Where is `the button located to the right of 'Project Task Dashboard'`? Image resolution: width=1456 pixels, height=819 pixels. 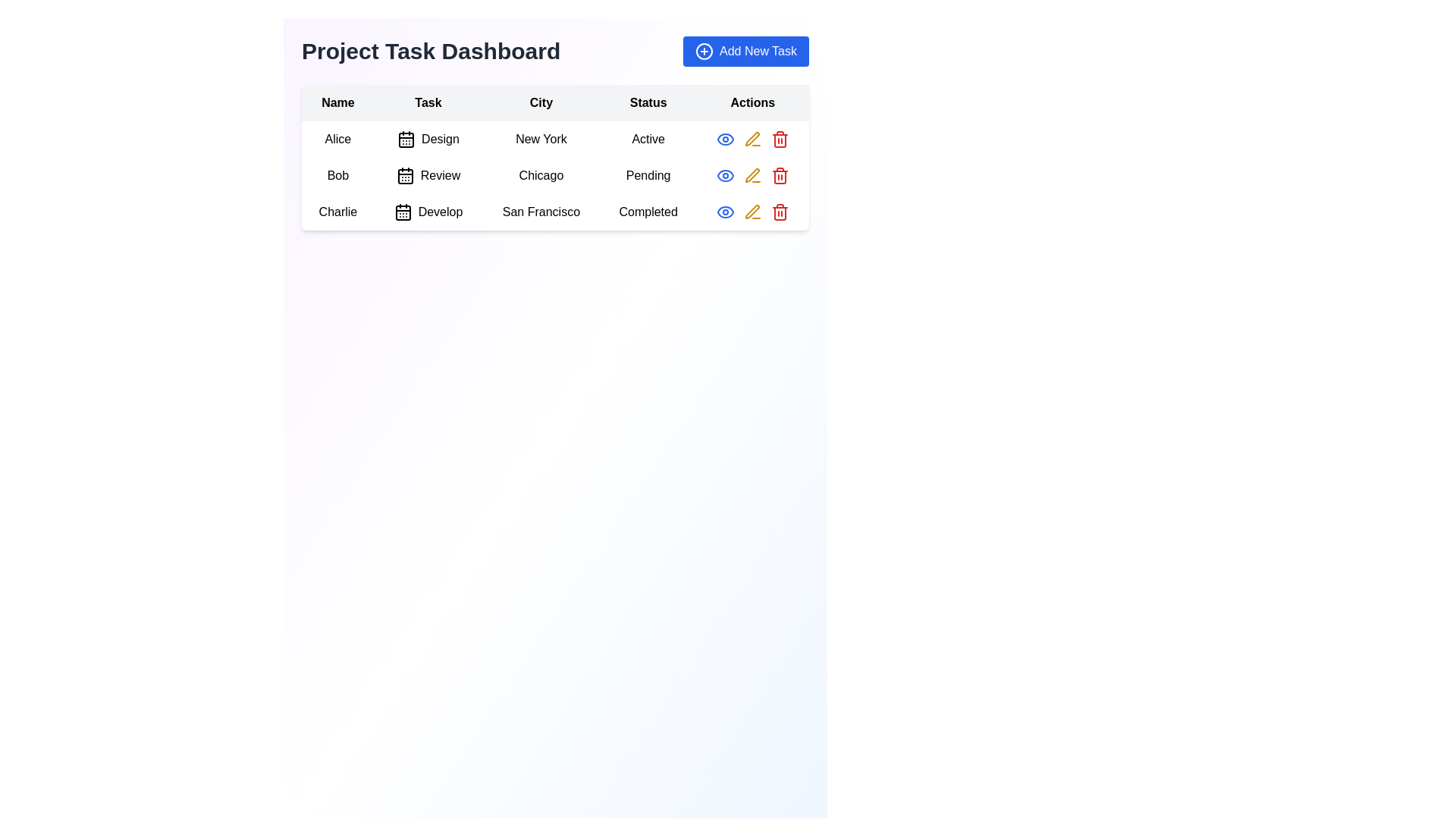
the button located to the right of 'Project Task Dashboard' is located at coordinates (745, 51).